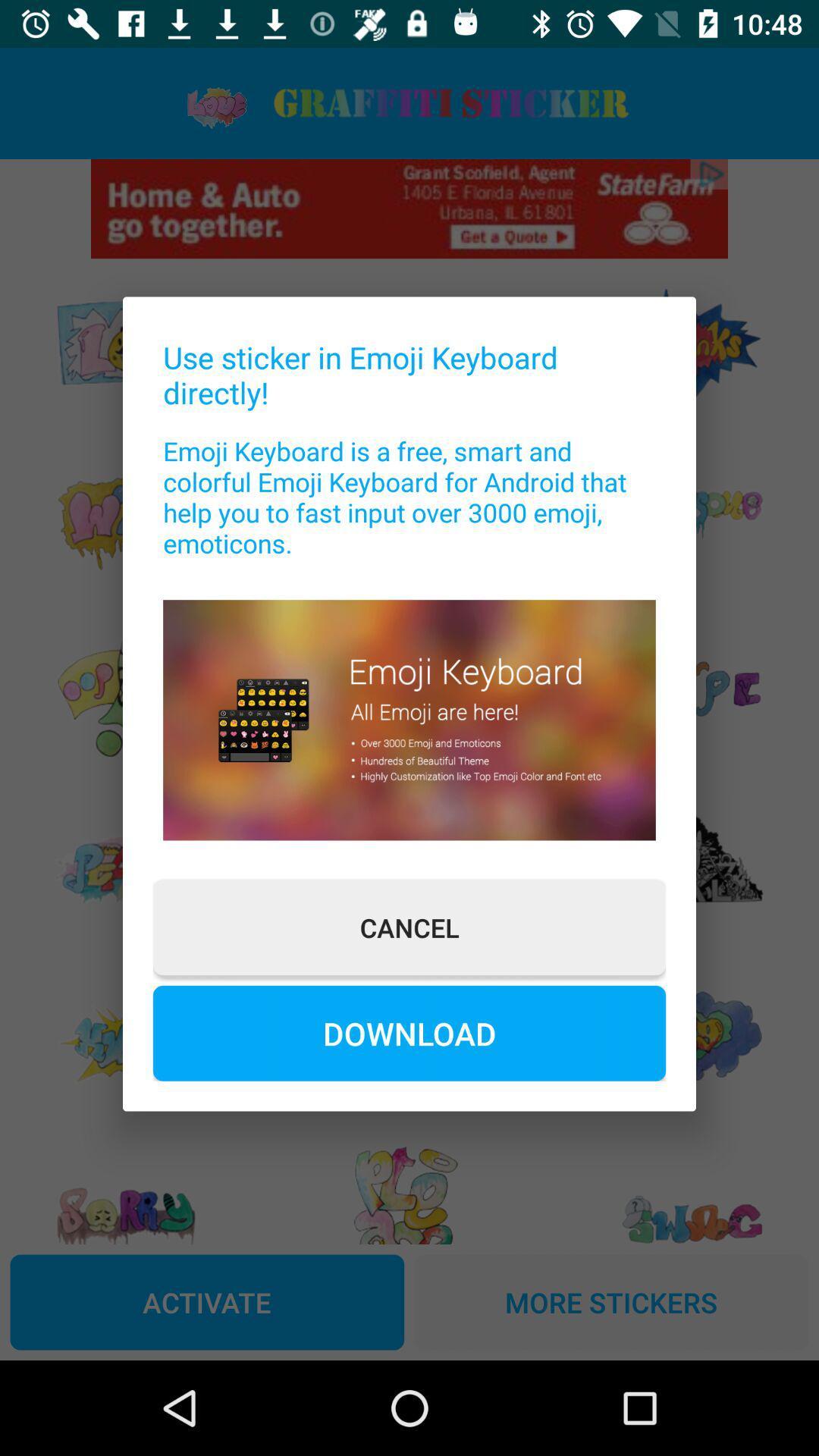 The image size is (819, 1456). What do you see at coordinates (409, 1032) in the screenshot?
I see `download` at bounding box center [409, 1032].